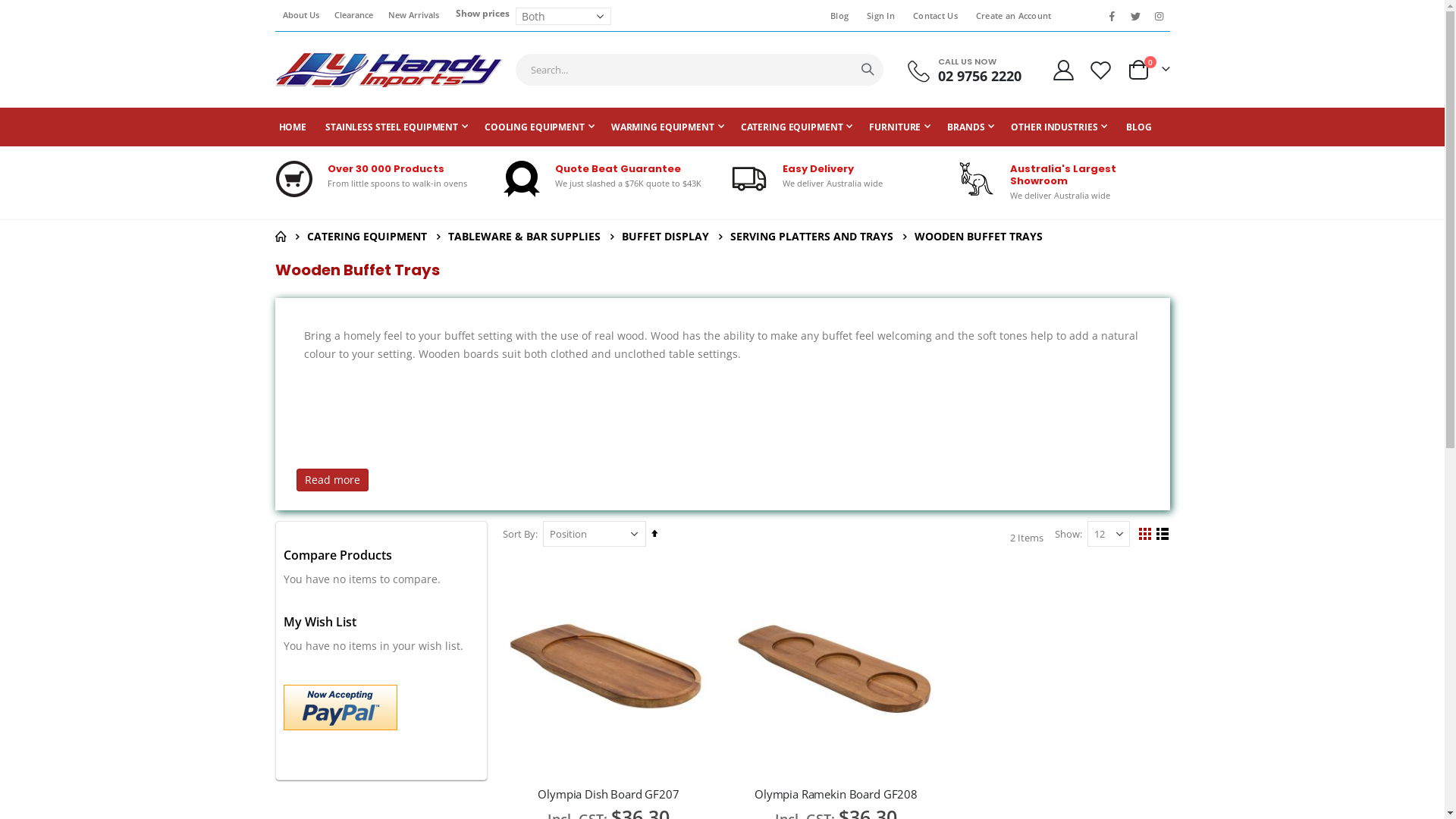 This screenshot has height=819, width=1456. What do you see at coordinates (937, 76) in the screenshot?
I see `'02 9756 2220'` at bounding box center [937, 76].